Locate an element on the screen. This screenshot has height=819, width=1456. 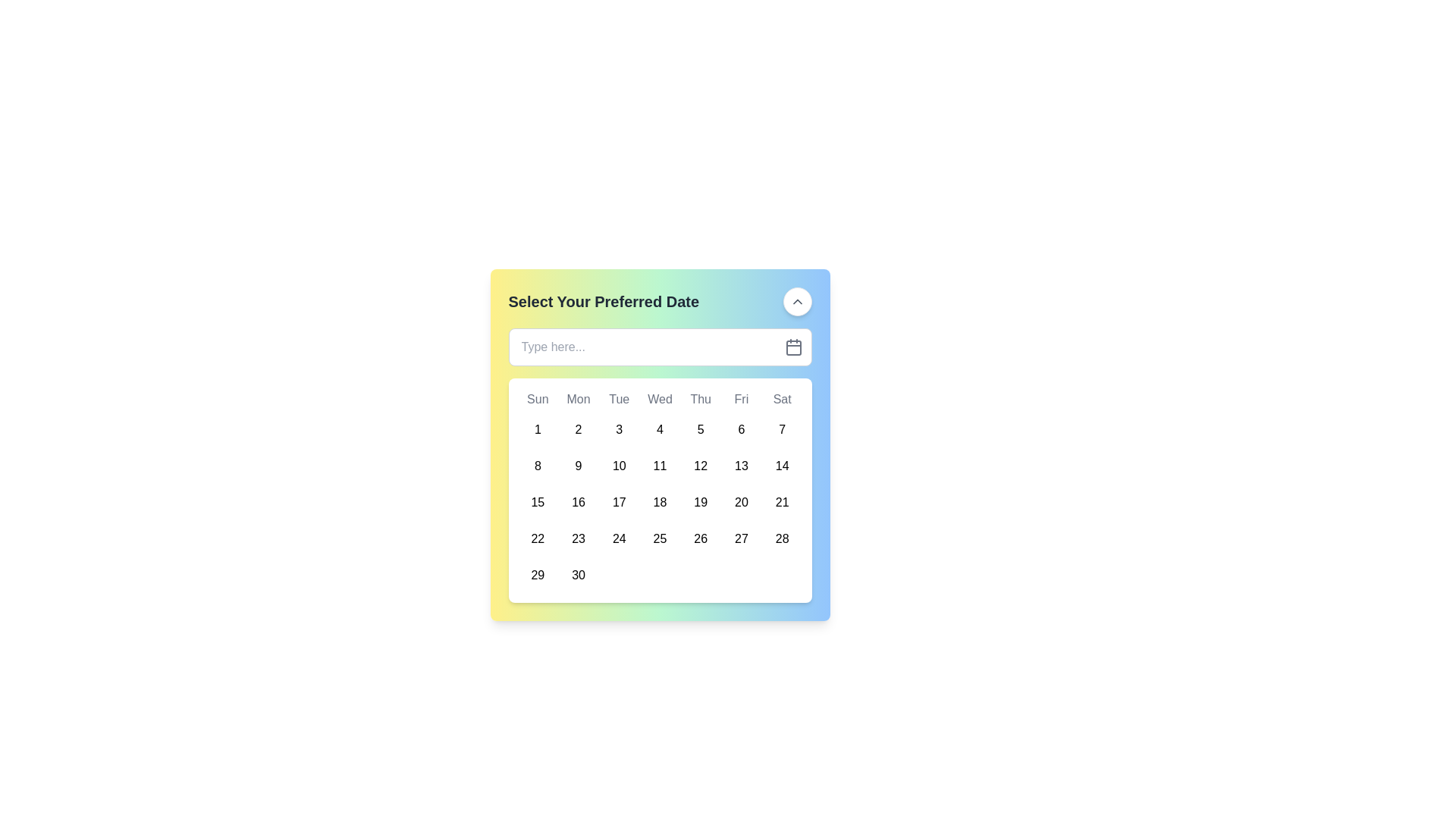
the button representing the 26th day of the month in the calendar grid under the 'Thu' column is located at coordinates (700, 538).